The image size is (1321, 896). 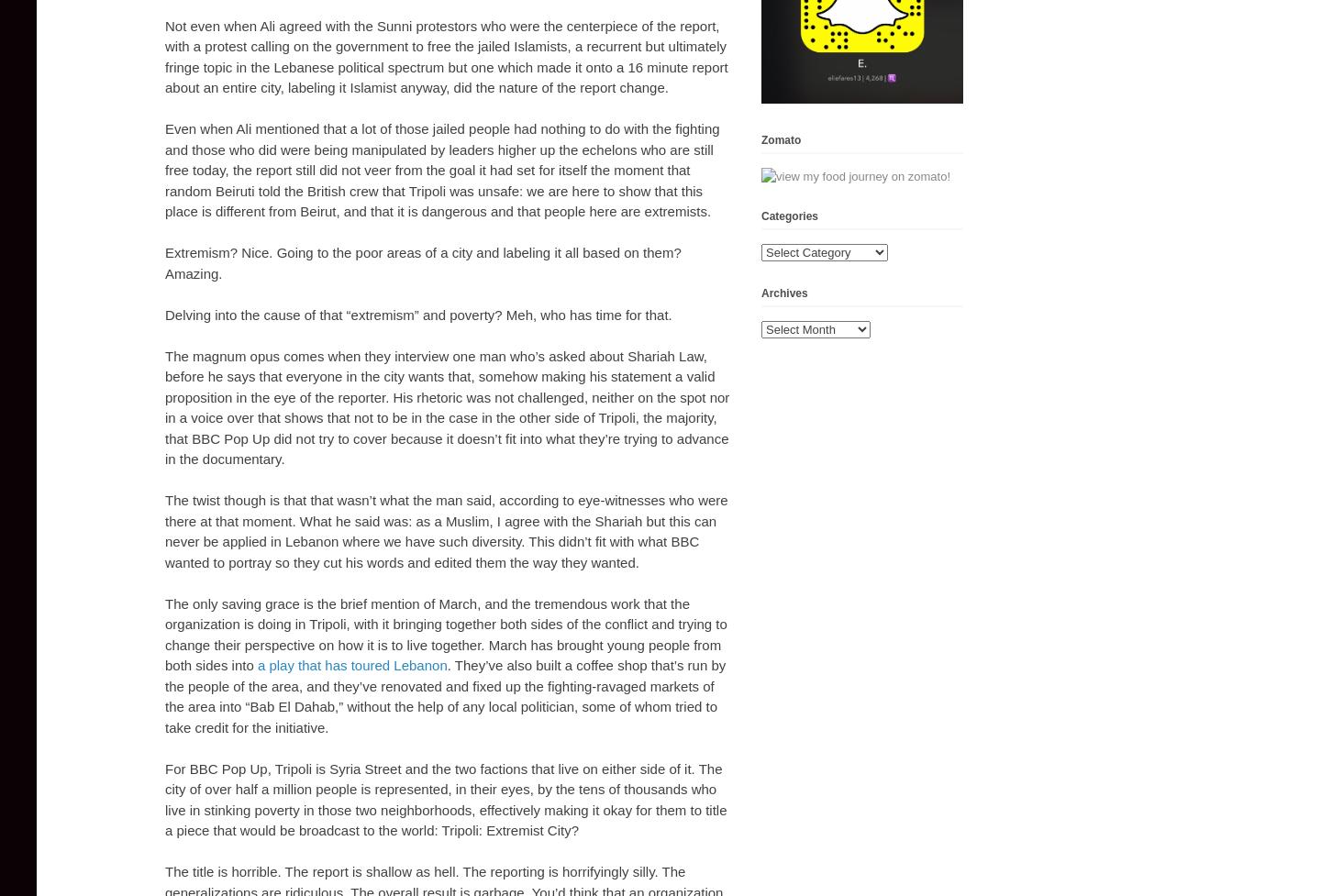 I want to click on 'Archives', so click(x=783, y=291).